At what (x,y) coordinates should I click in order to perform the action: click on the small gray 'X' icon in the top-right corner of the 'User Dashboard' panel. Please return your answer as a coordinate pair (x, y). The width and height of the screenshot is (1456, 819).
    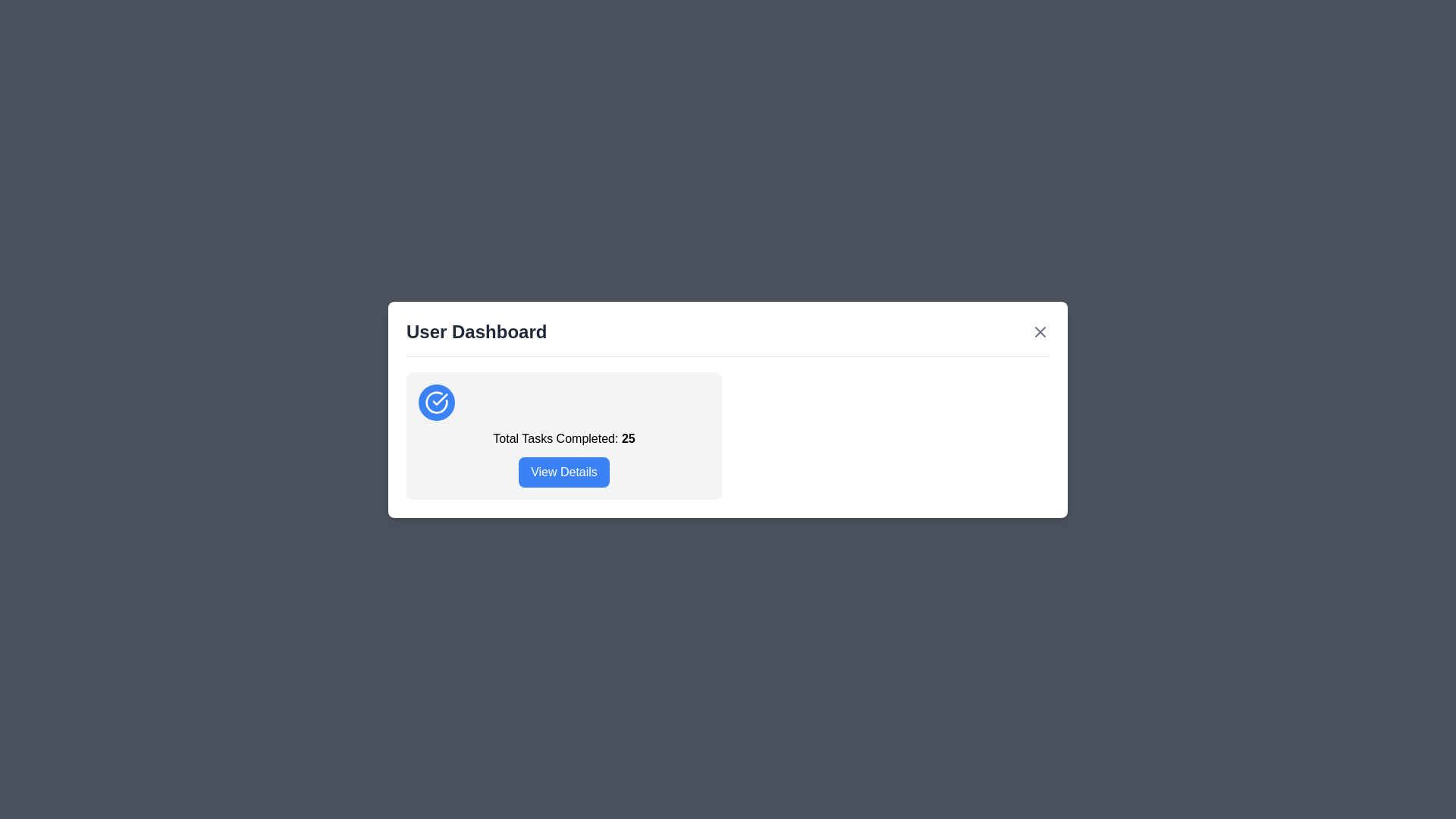
    Looking at the image, I should click on (1040, 331).